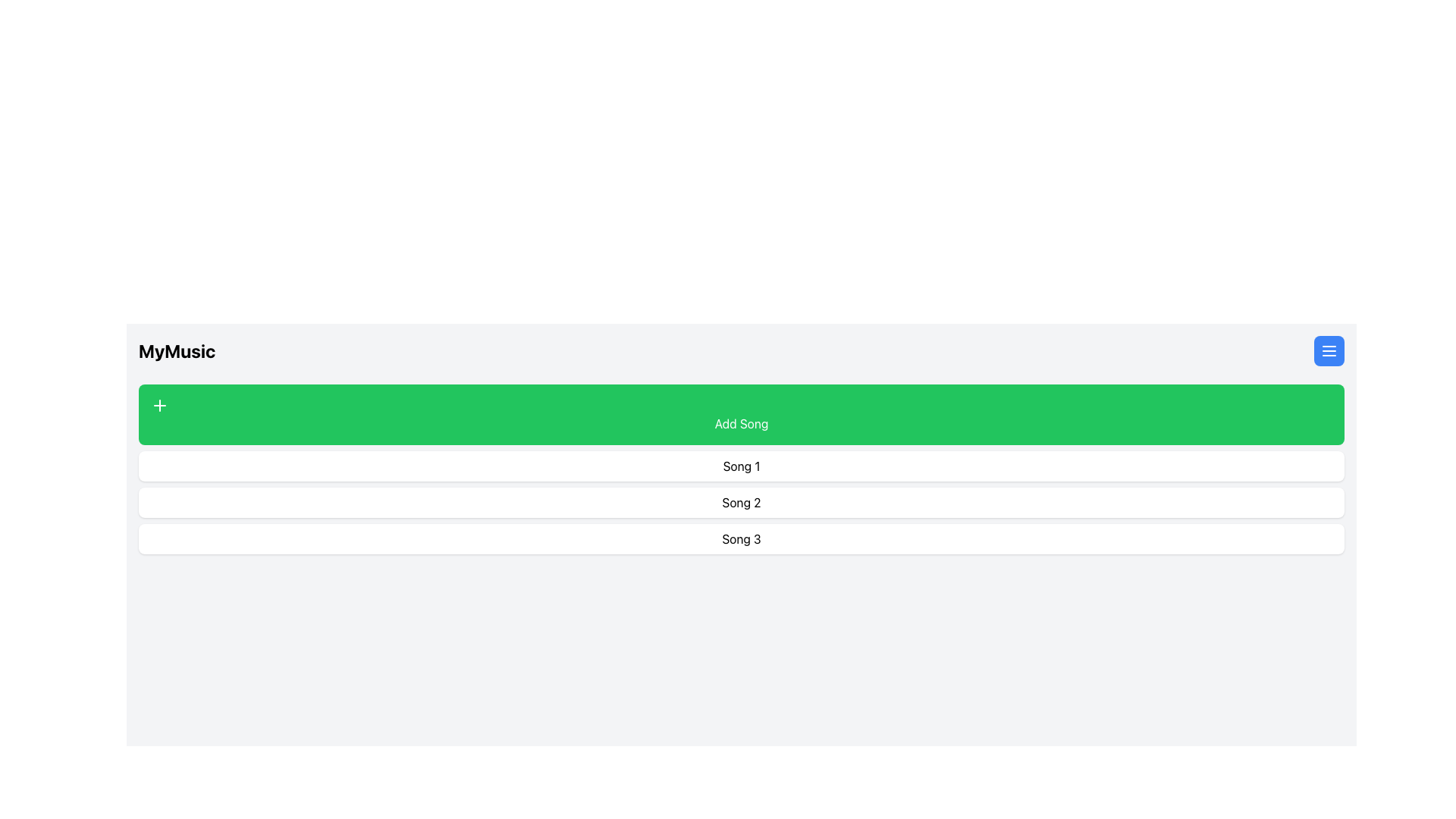 The height and width of the screenshot is (819, 1456). Describe the element at coordinates (177, 350) in the screenshot. I see `the 'MyMusic' text label, which is prominently displayed in bold and large font on the top-left corner of the interface` at that location.